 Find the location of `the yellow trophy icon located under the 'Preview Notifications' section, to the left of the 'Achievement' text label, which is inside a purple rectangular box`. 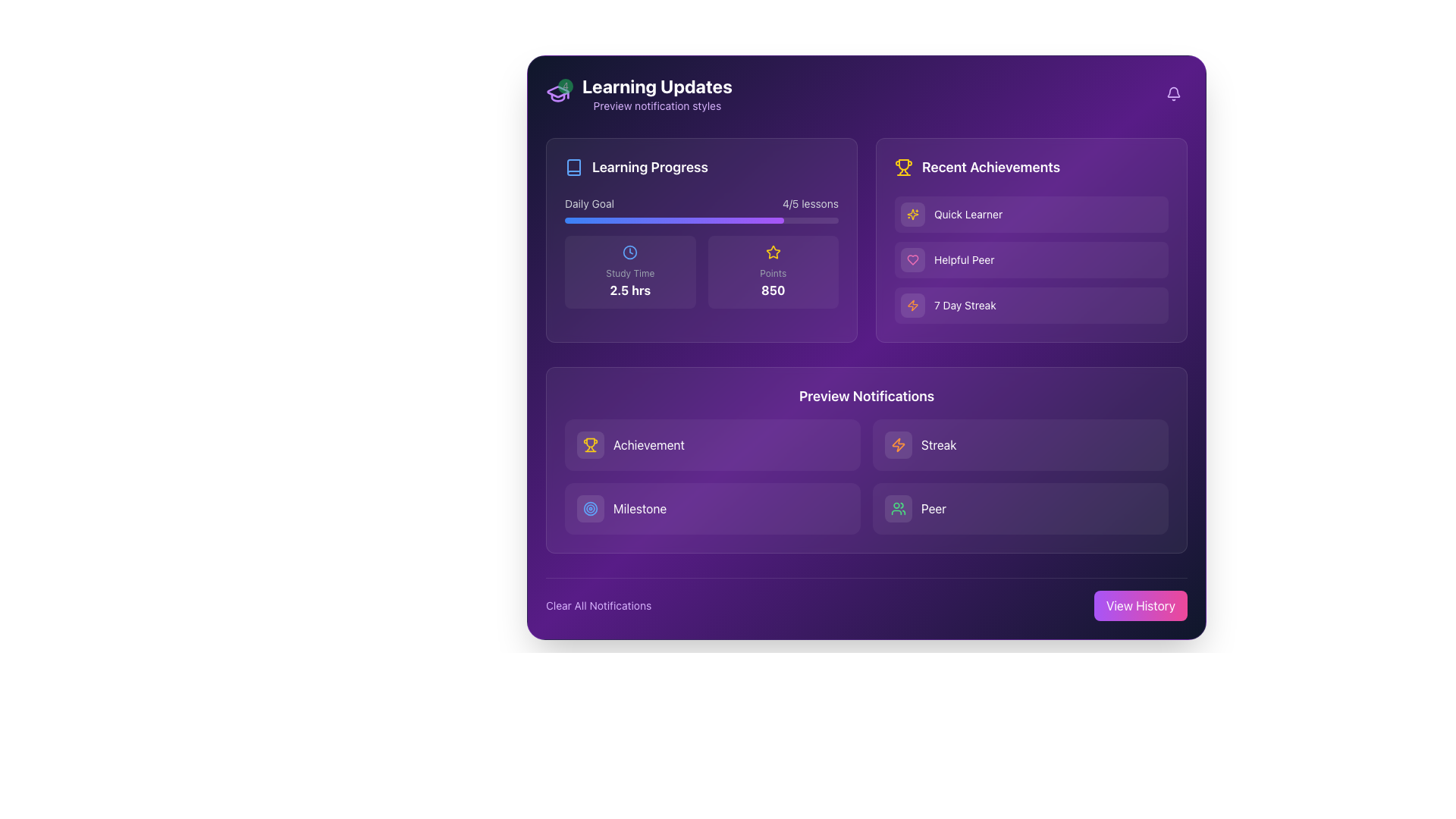

the yellow trophy icon located under the 'Preview Notifications' section, to the left of the 'Achievement' text label, which is inside a purple rectangular box is located at coordinates (589, 442).